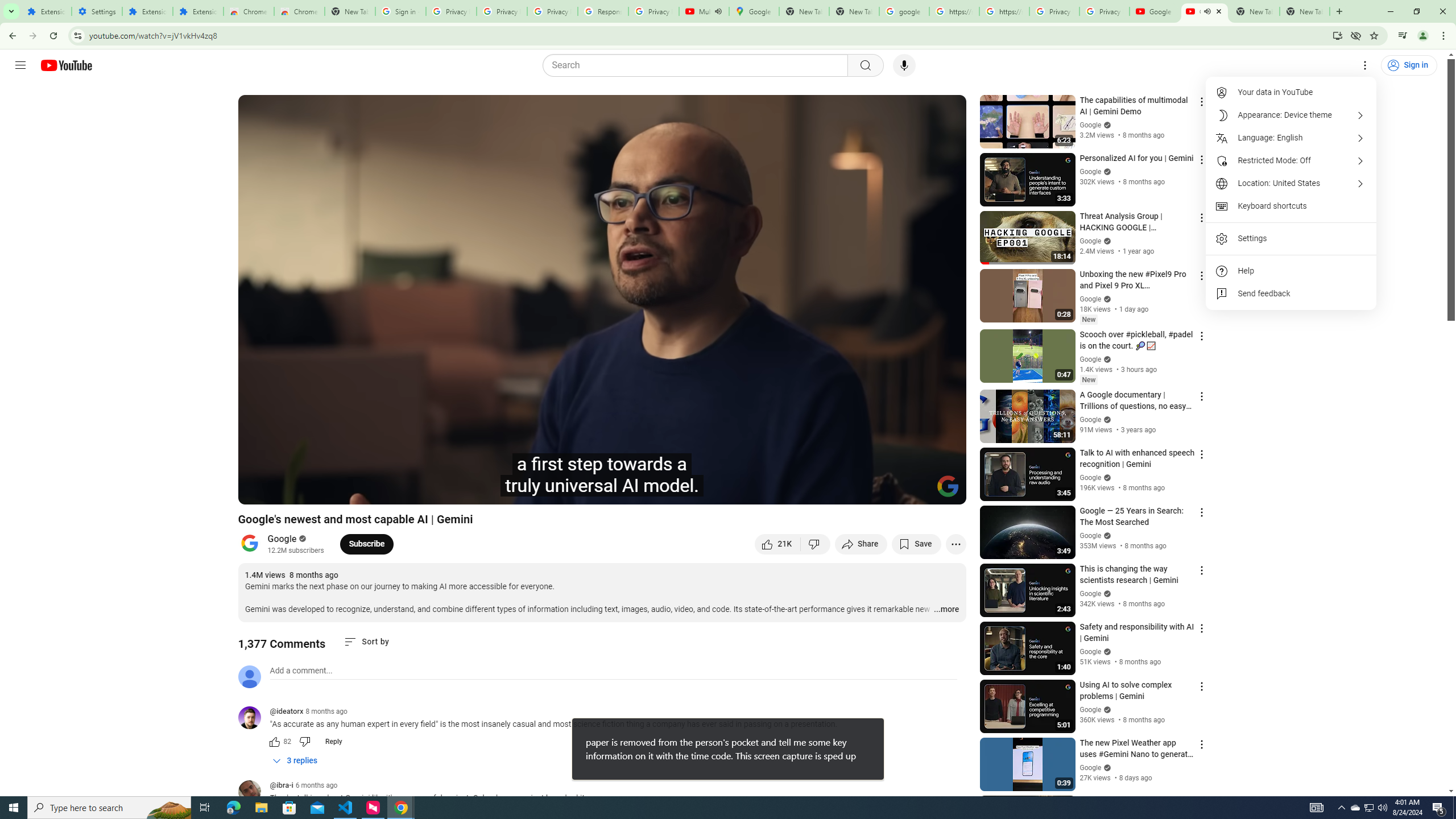 This screenshot has height=819, width=1456. Describe the element at coordinates (295, 760) in the screenshot. I see `'3 replies'` at that location.